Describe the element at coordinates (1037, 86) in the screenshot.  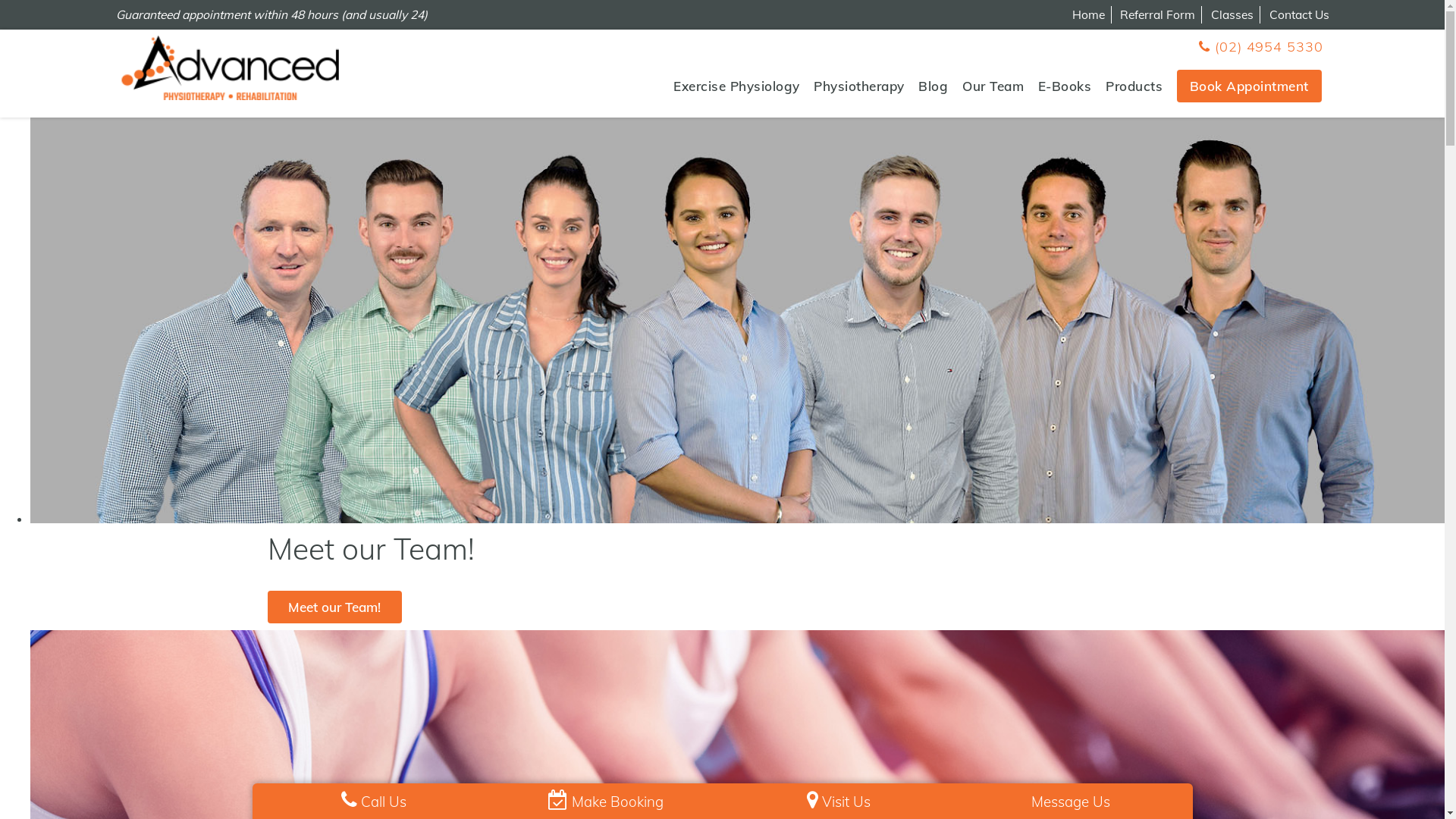
I see `'E-Books'` at that location.